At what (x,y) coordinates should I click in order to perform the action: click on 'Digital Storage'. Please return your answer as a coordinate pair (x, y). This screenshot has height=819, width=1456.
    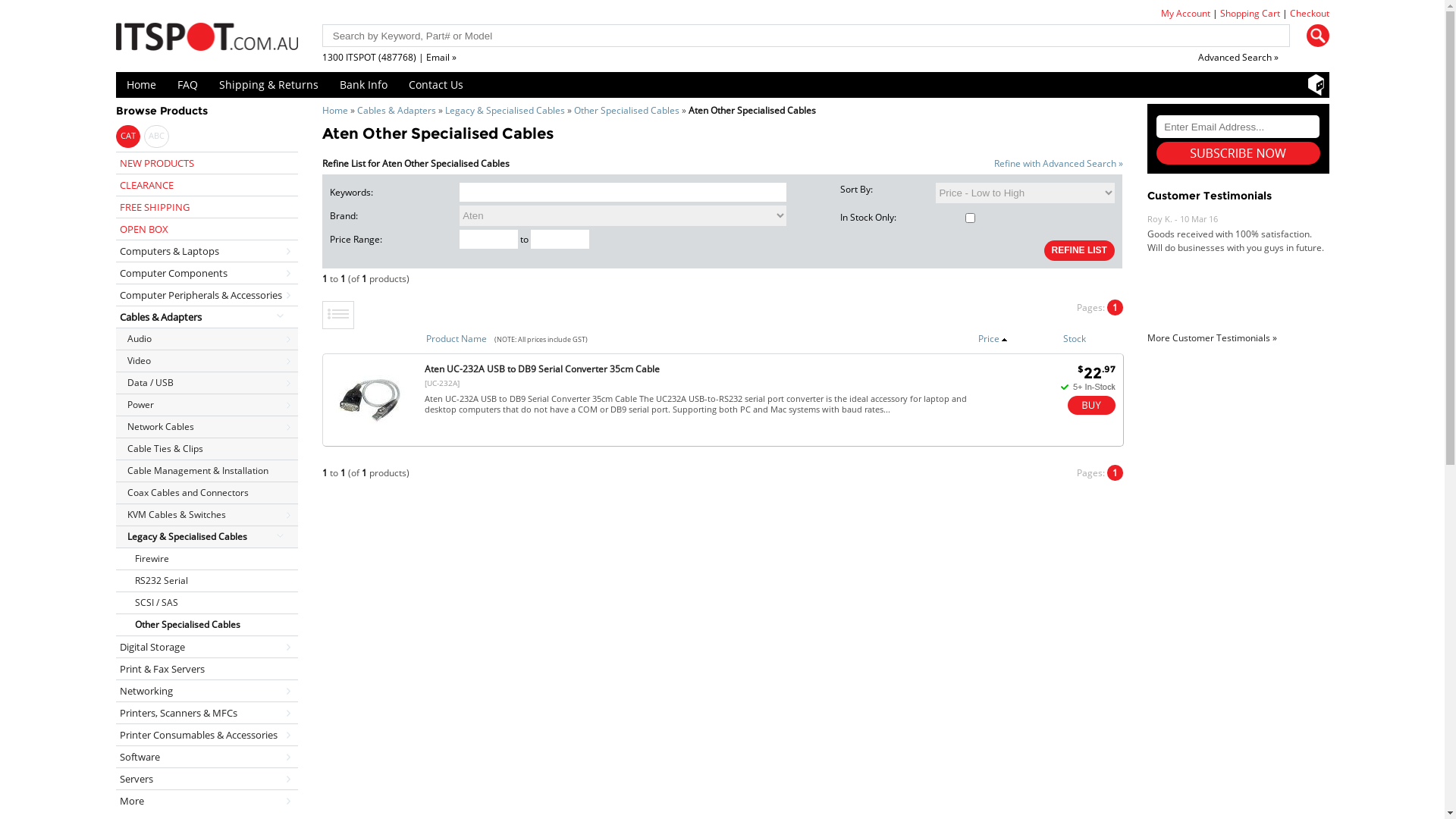
    Looking at the image, I should click on (206, 646).